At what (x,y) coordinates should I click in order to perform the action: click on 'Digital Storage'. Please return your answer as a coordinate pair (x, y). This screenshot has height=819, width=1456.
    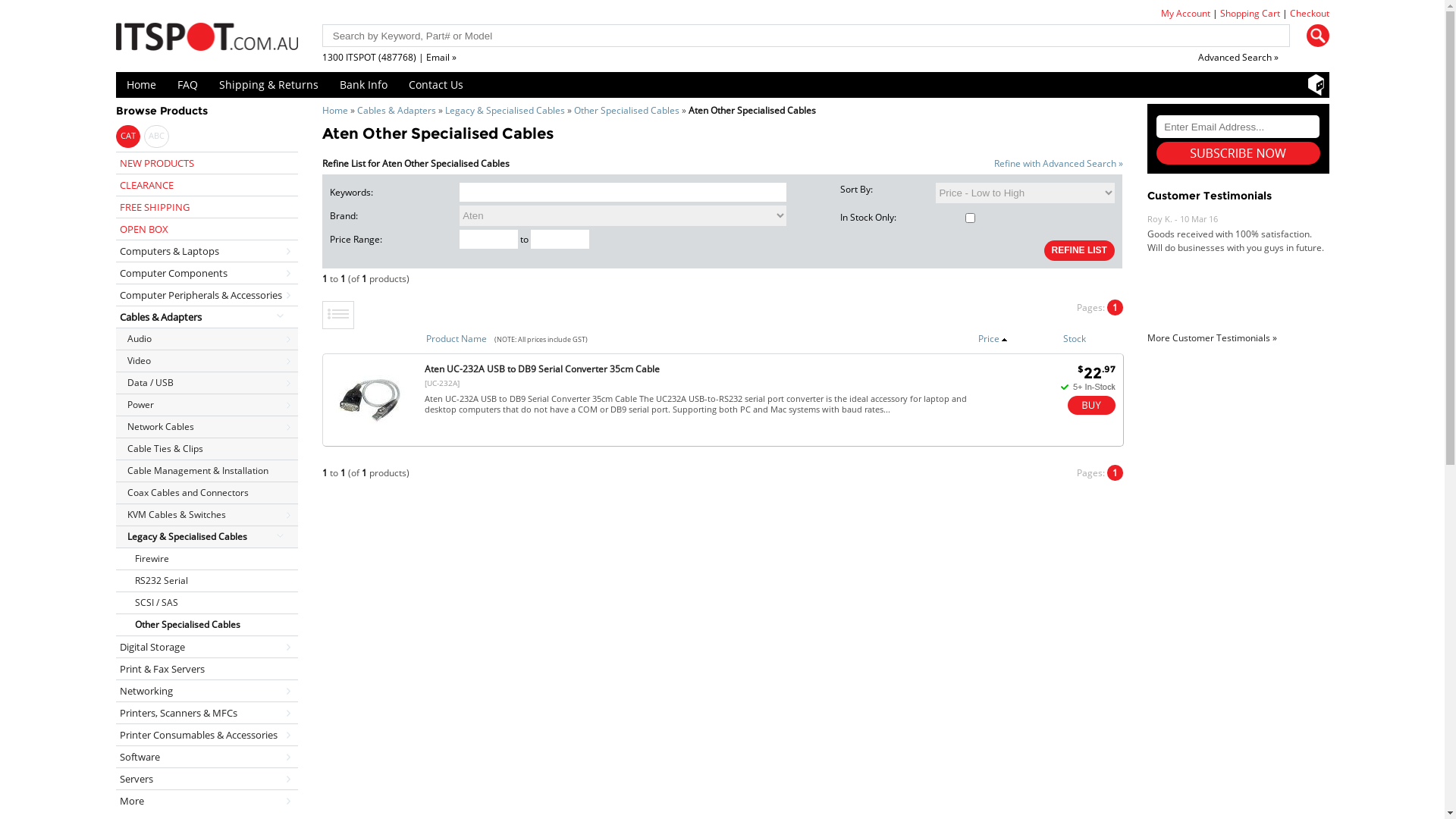
    Looking at the image, I should click on (206, 646).